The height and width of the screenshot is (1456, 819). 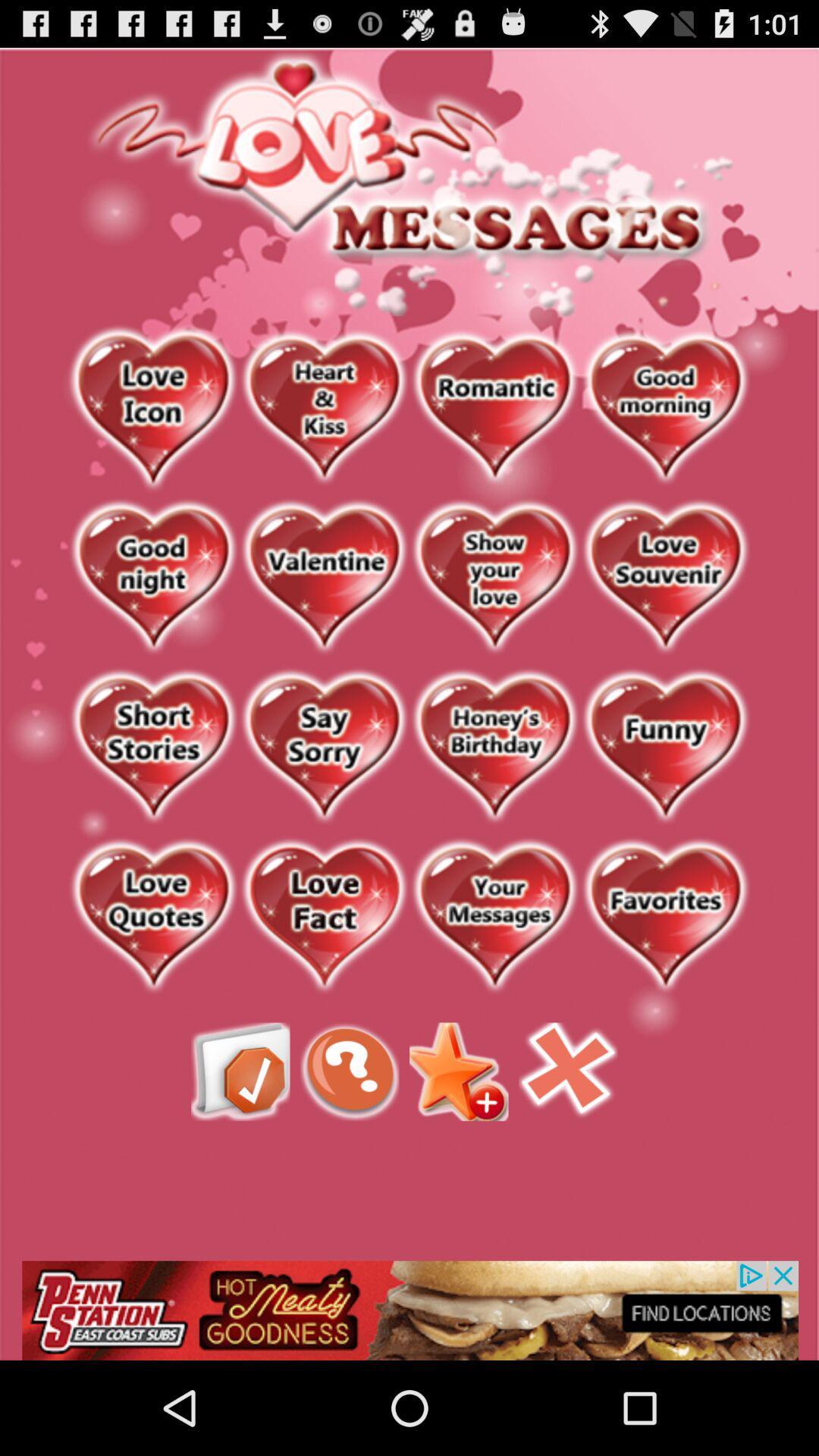 What do you see at coordinates (350, 1071) in the screenshot?
I see `open more information` at bounding box center [350, 1071].